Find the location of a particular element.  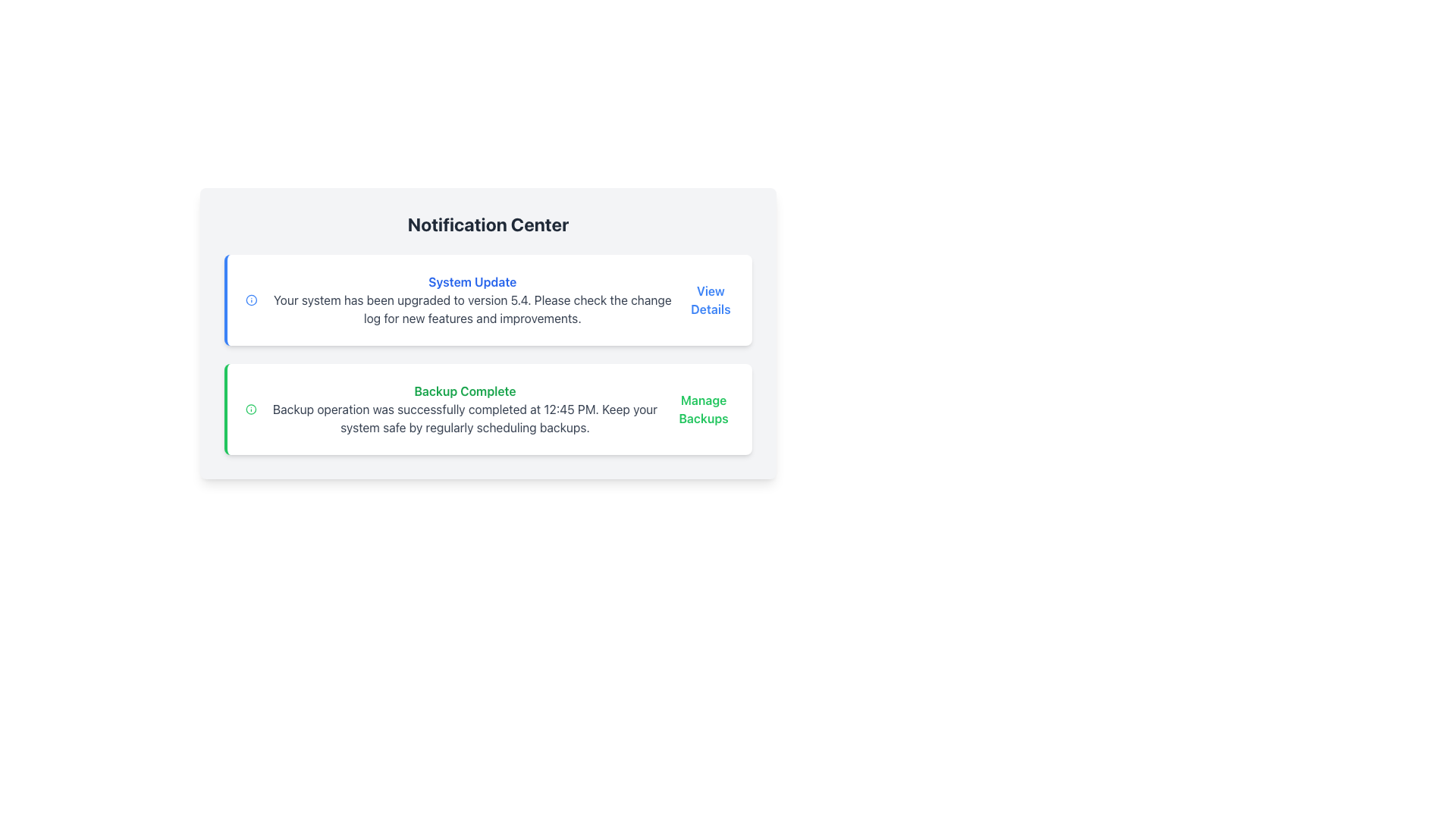

the text label displaying 'System Update' is located at coordinates (472, 281).